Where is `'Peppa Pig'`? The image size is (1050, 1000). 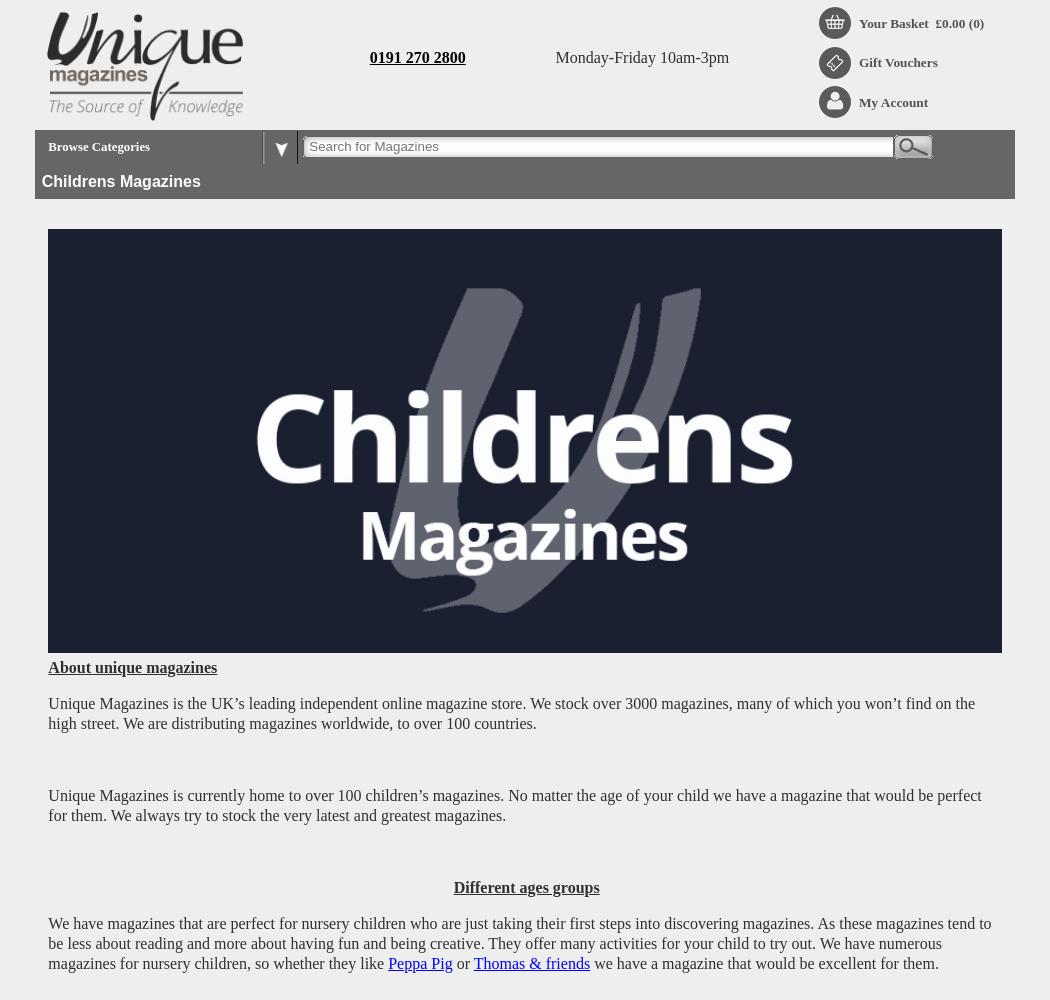 'Peppa Pig' is located at coordinates (387, 961).